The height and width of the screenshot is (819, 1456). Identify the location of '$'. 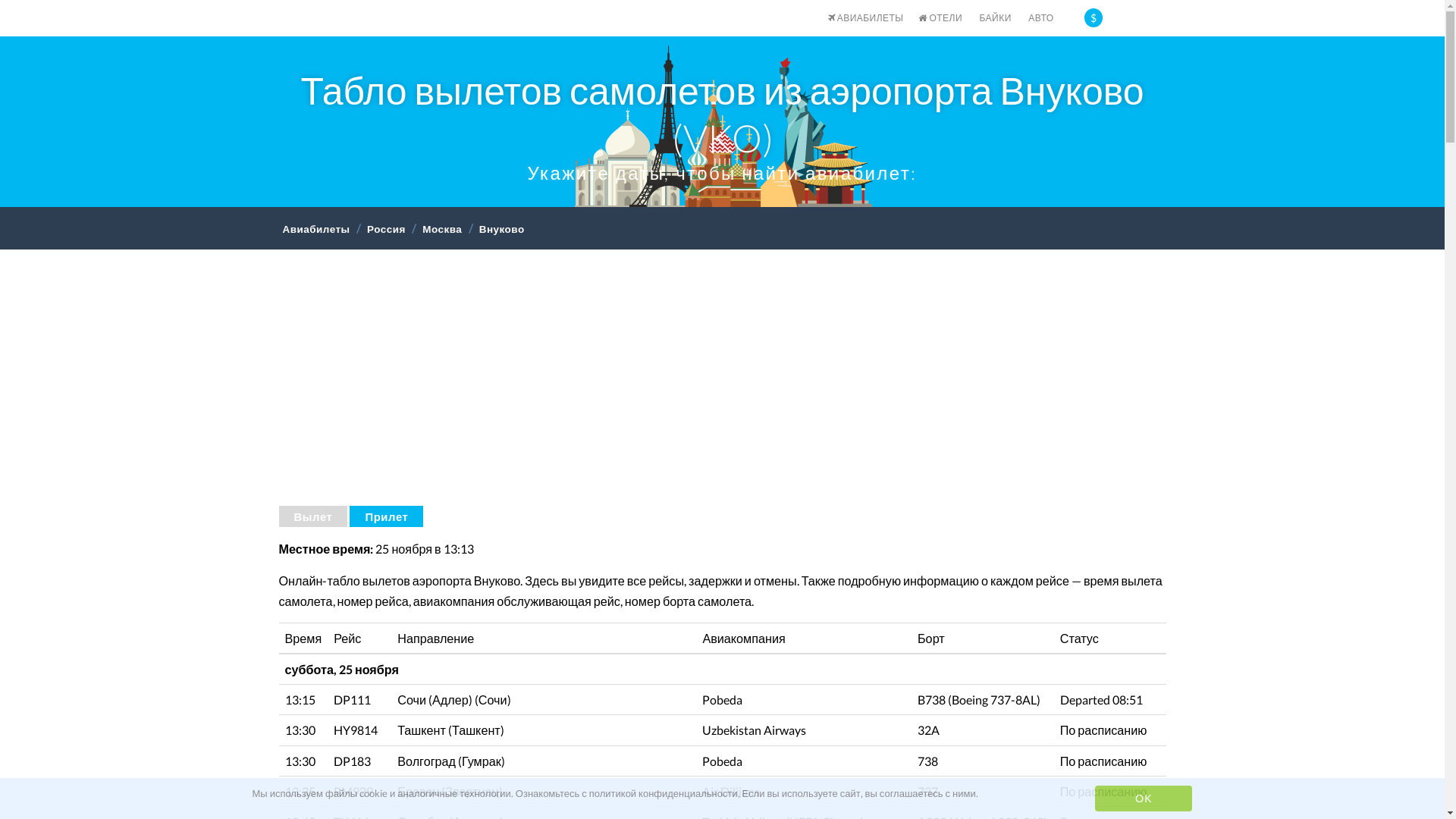
(1093, 17).